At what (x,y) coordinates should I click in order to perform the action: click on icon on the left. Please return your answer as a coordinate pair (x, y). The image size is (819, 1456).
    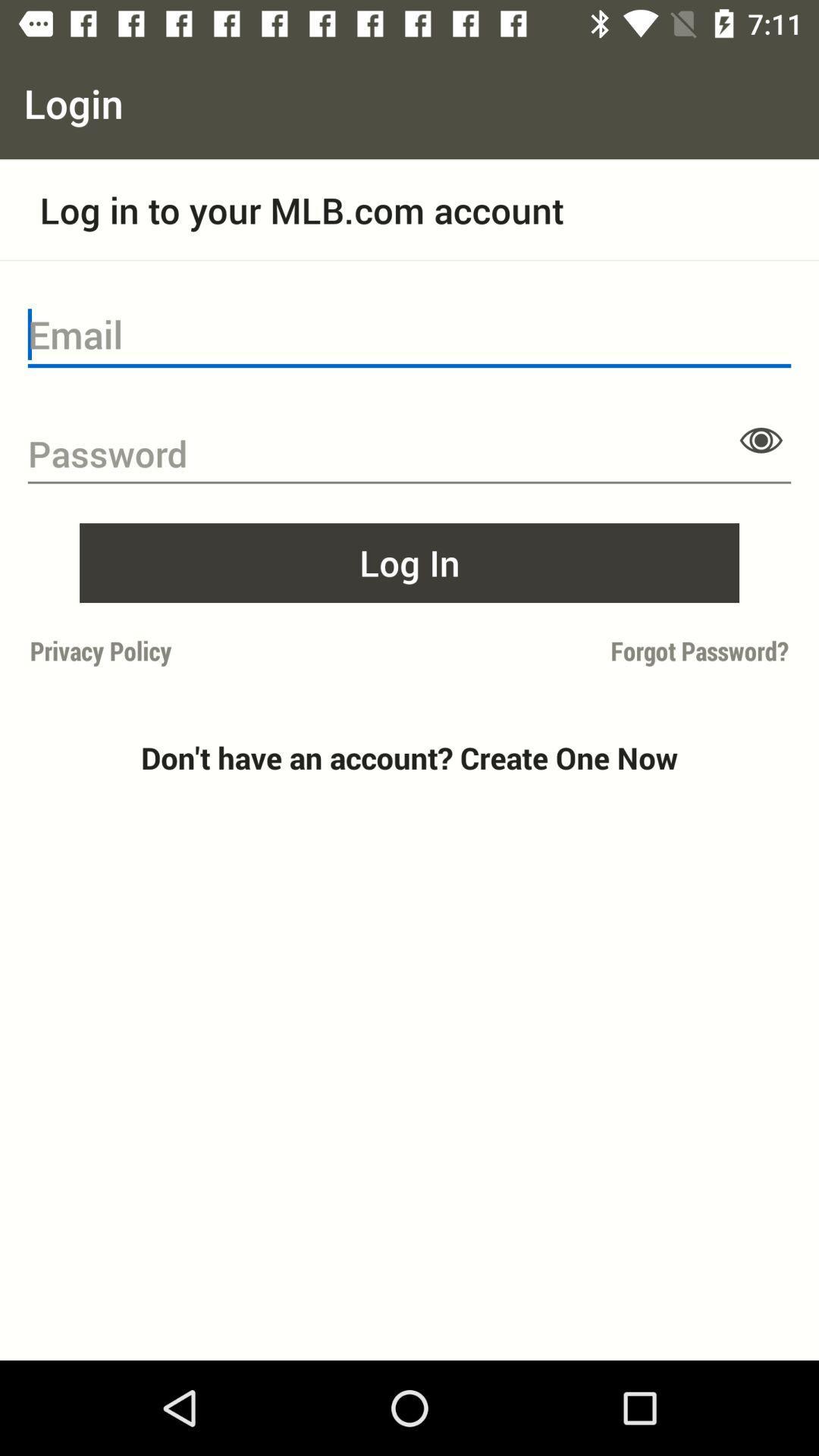
    Looking at the image, I should click on (215, 651).